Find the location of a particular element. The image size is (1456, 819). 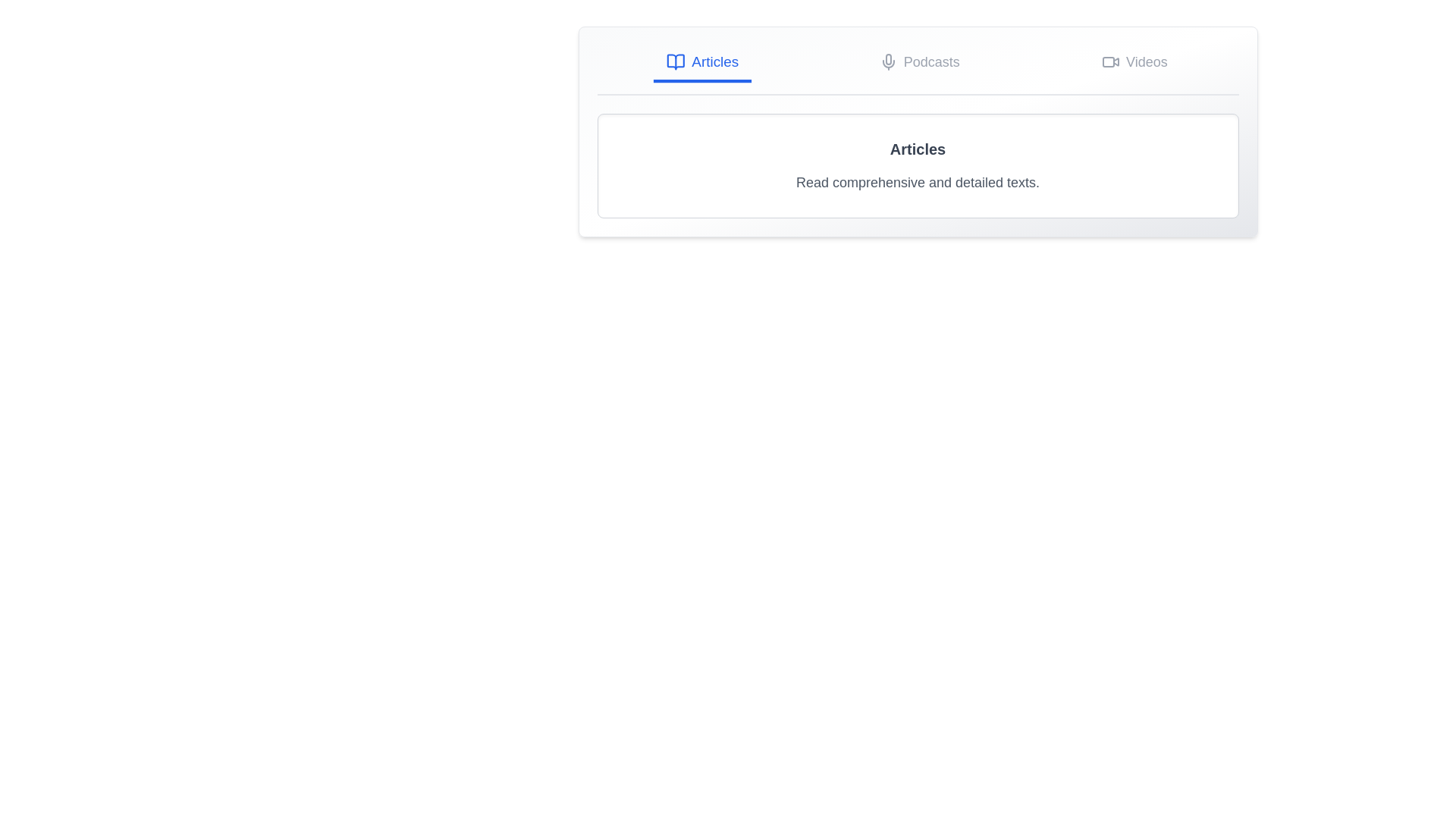

the Videos tab by clicking on its button is located at coordinates (1134, 63).